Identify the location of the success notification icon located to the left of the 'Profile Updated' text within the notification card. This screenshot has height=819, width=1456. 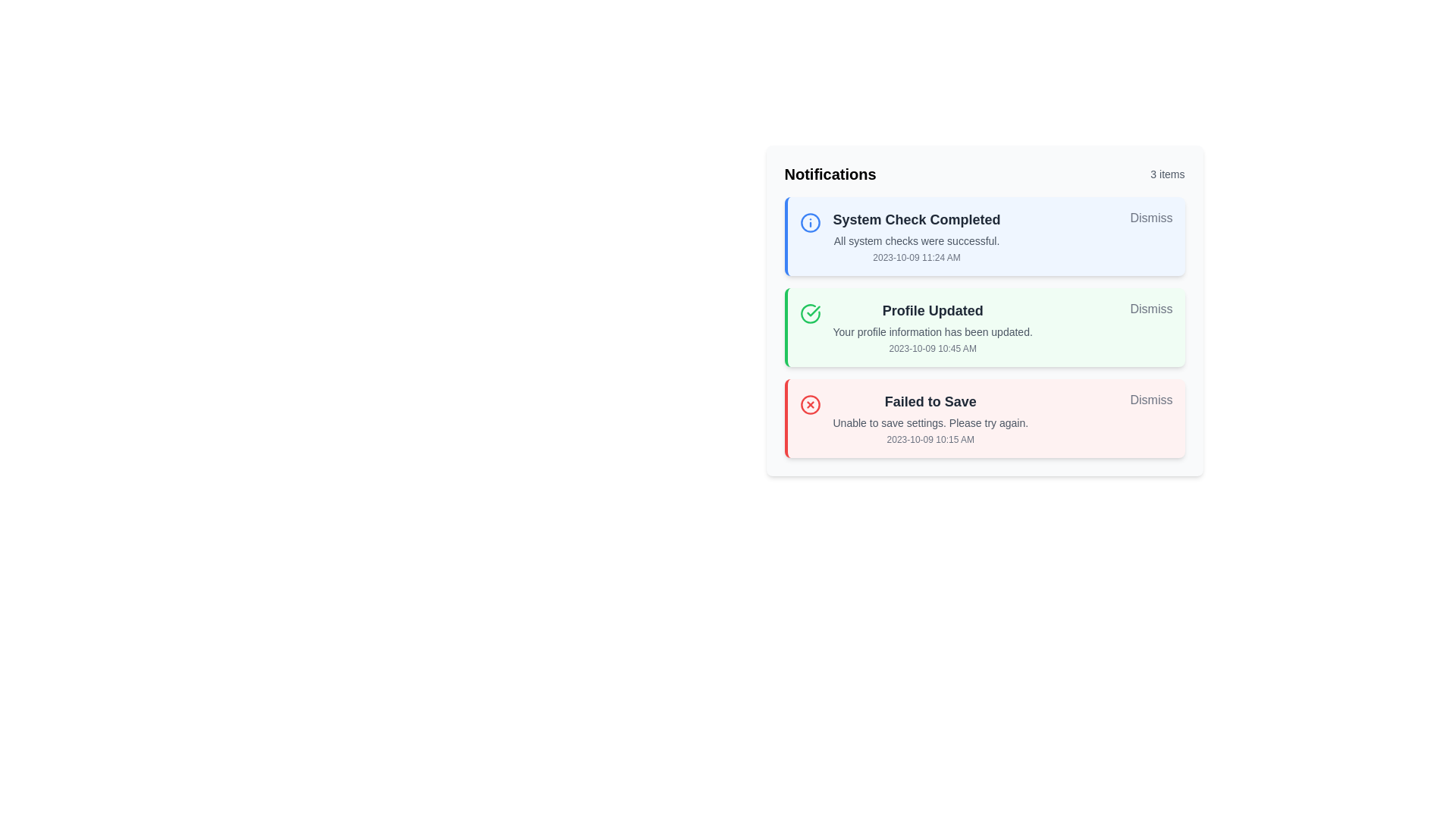
(809, 312).